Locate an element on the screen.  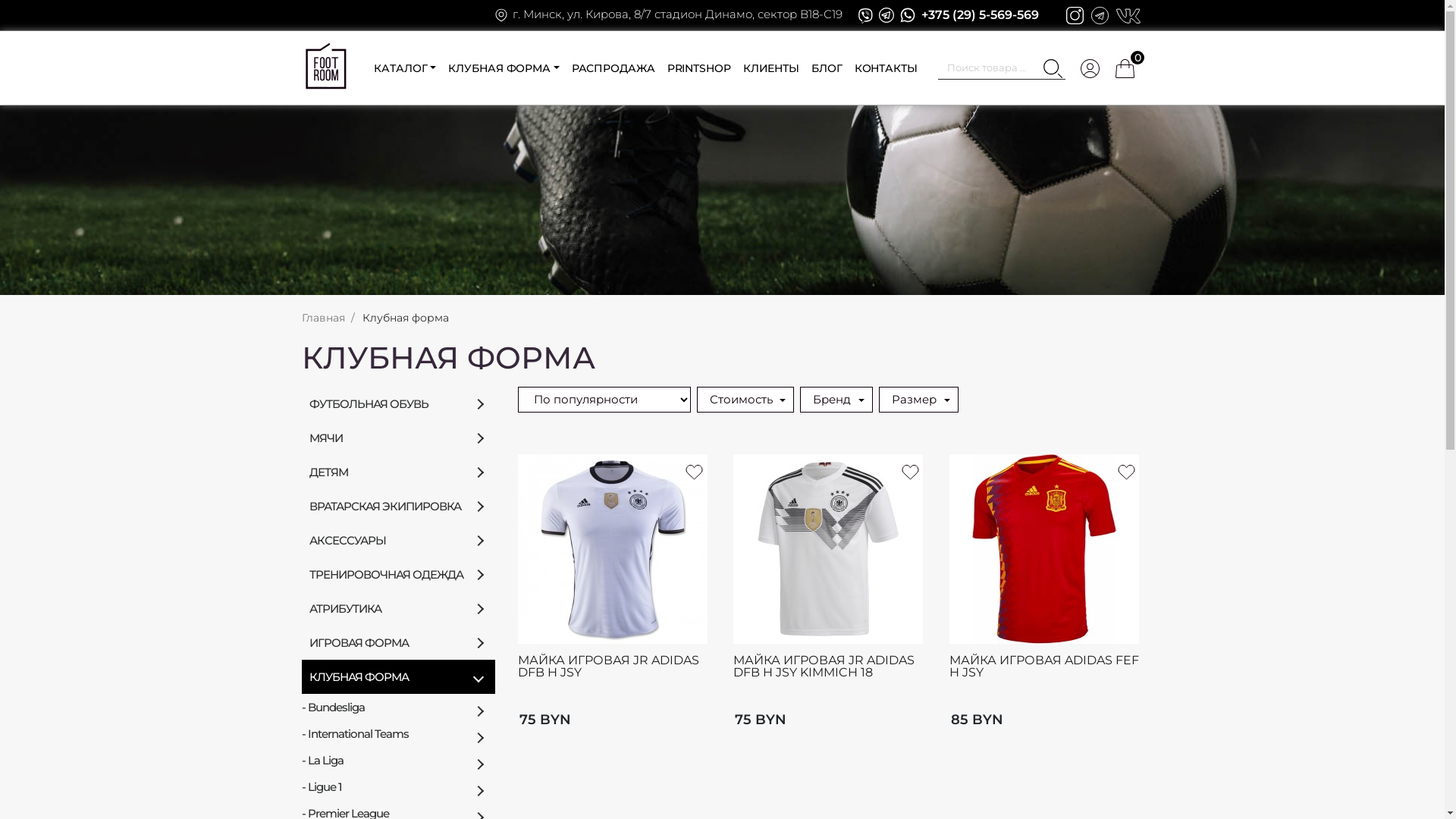
'PRINTSHOP' is located at coordinates (698, 67).